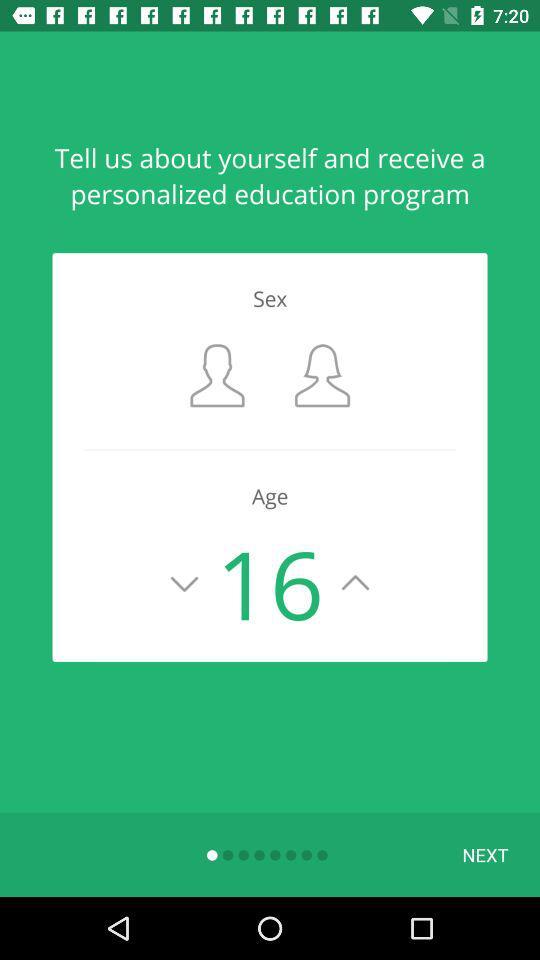  What do you see at coordinates (216, 374) in the screenshot?
I see `the icon below sex` at bounding box center [216, 374].